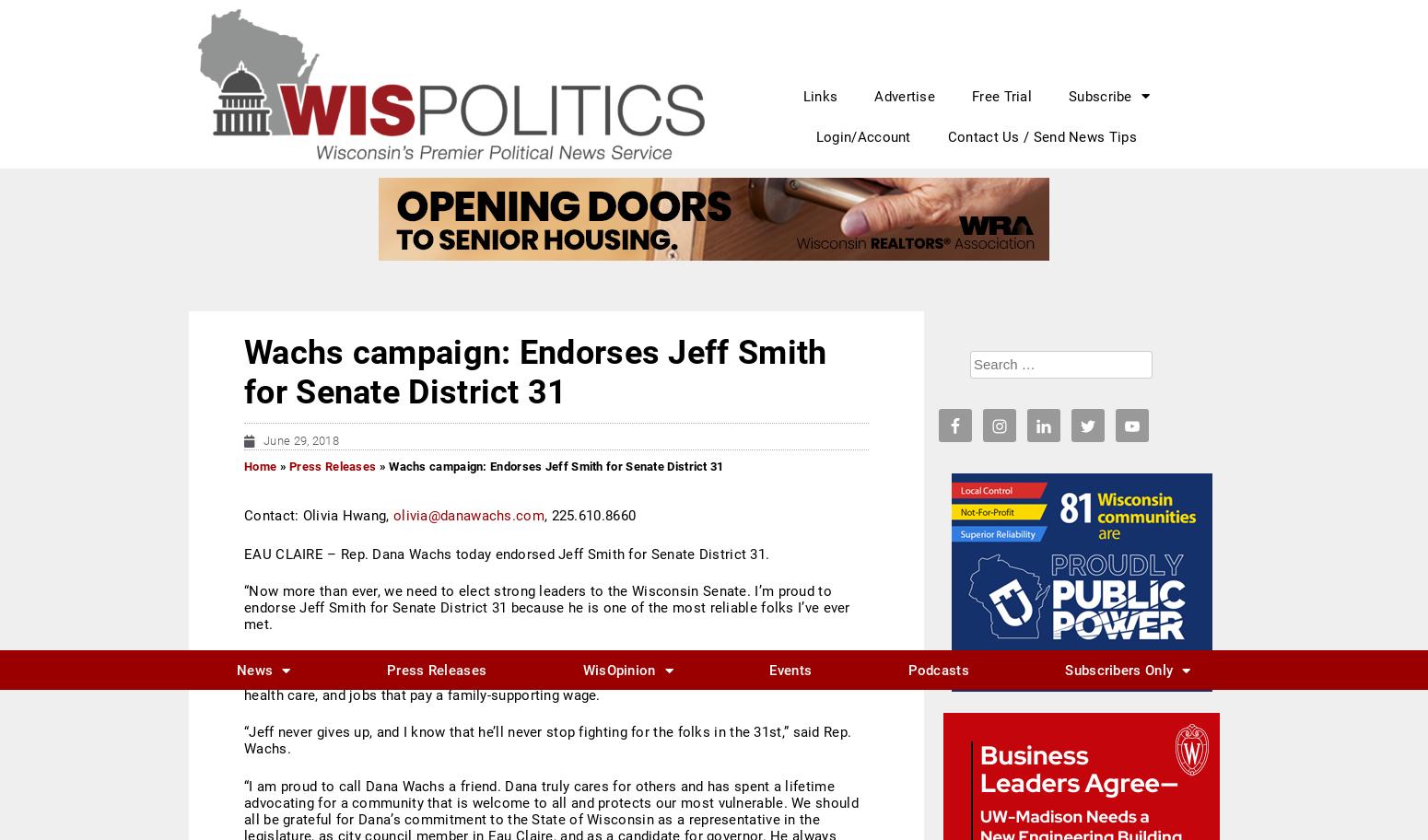  I want to click on '8:30 am', so click(1026, 364).